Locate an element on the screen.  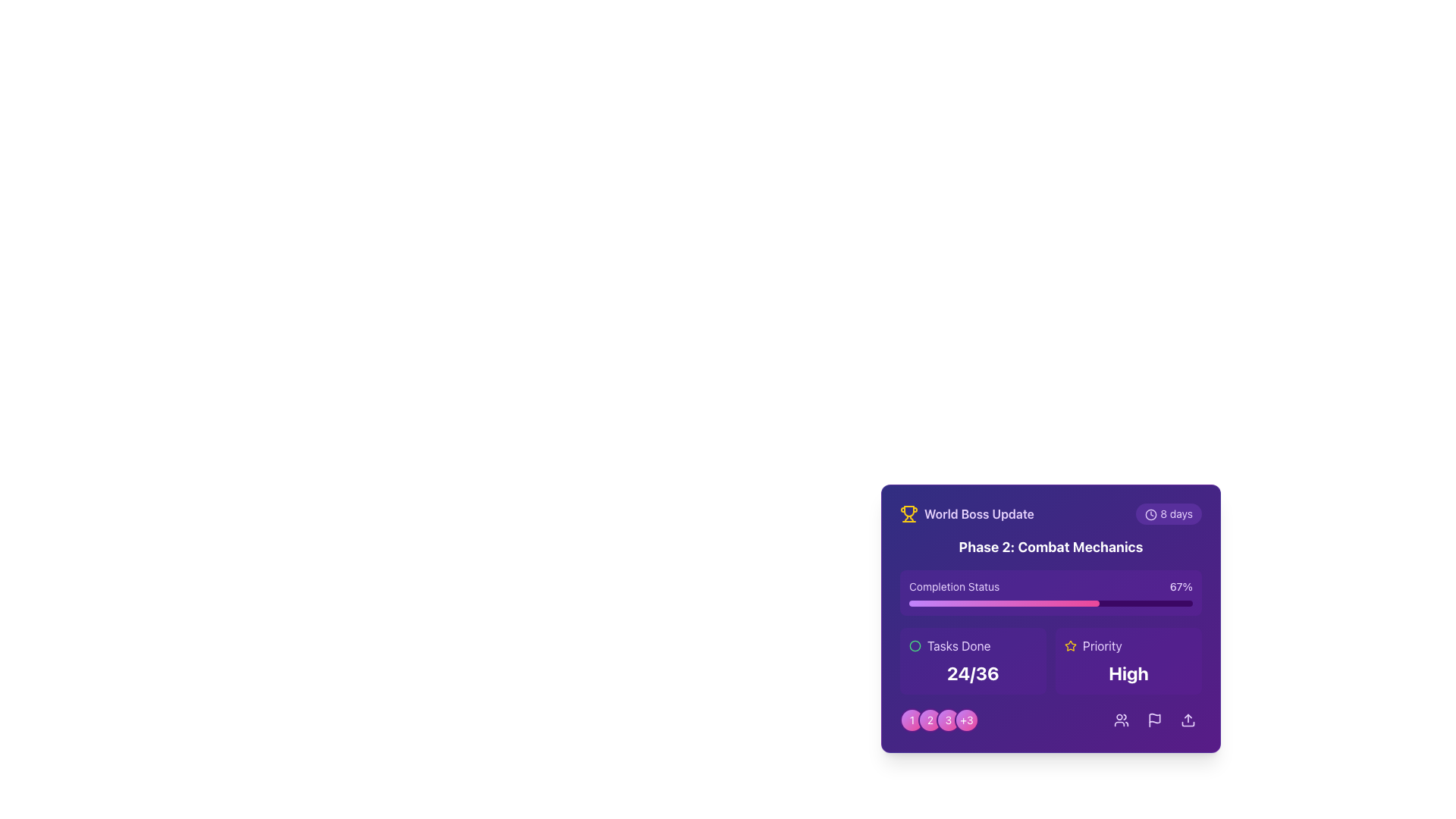
the yellow star icon with a hollow center next to the text 'Priority' to understand its role as a rating indicator is located at coordinates (1069, 646).